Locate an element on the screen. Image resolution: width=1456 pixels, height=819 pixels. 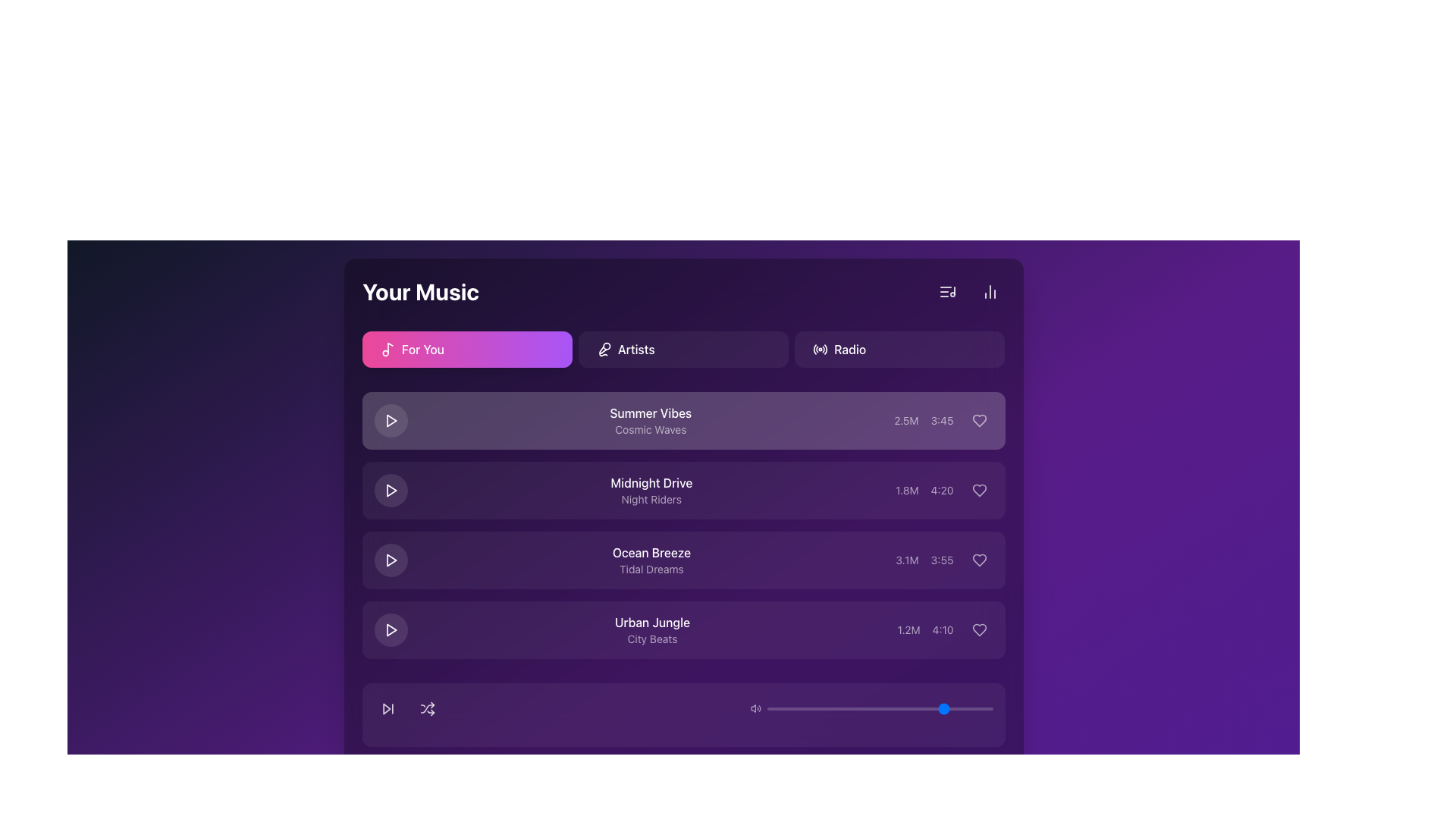
the heart-shaped icon button located to the far right of the track row labeled 'Midnight Drive' by 'Night Riders' is located at coordinates (979, 491).